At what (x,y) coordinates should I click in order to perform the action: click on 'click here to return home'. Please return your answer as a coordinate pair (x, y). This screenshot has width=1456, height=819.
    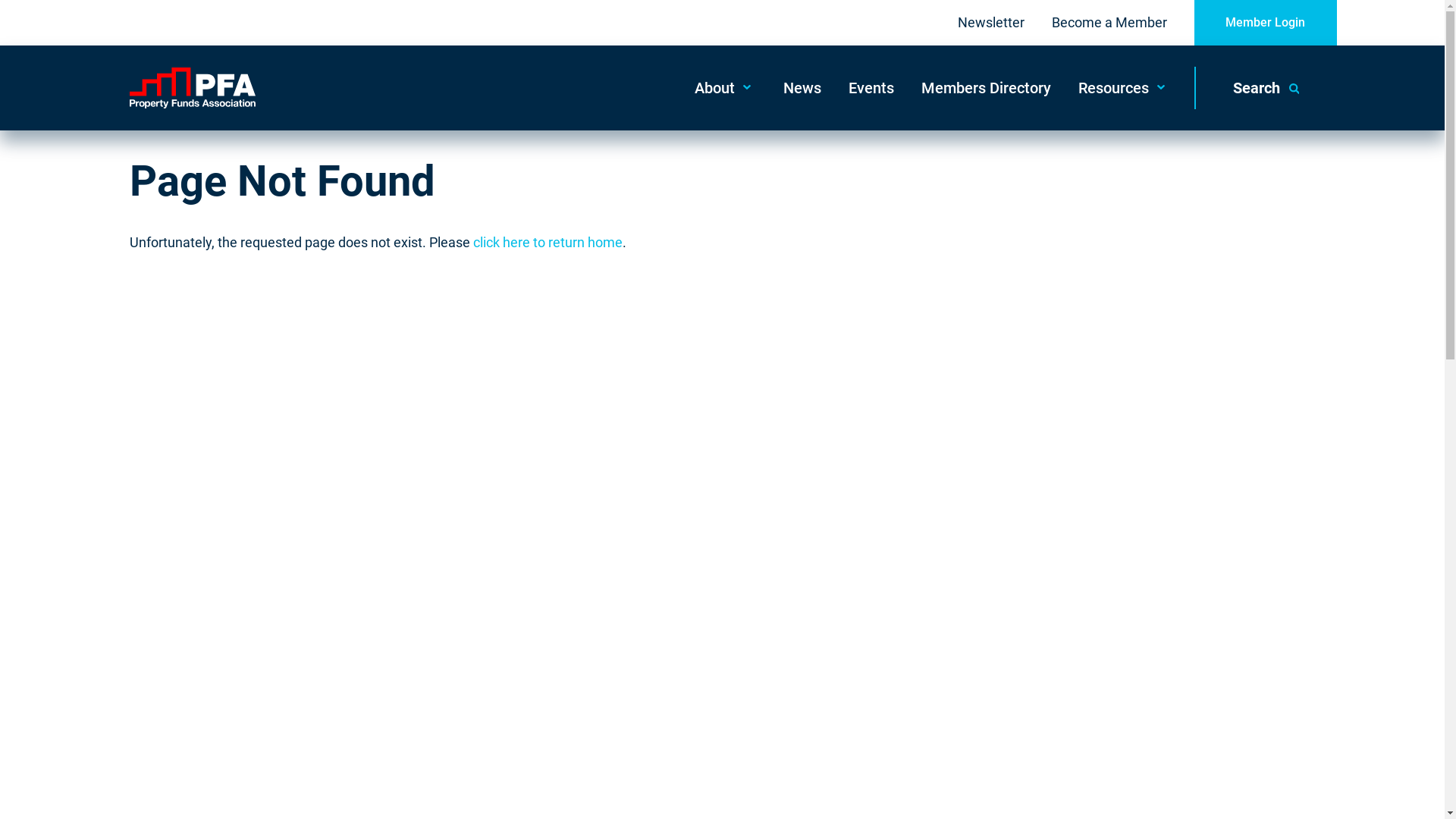
    Looking at the image, I should click on (472, 241).